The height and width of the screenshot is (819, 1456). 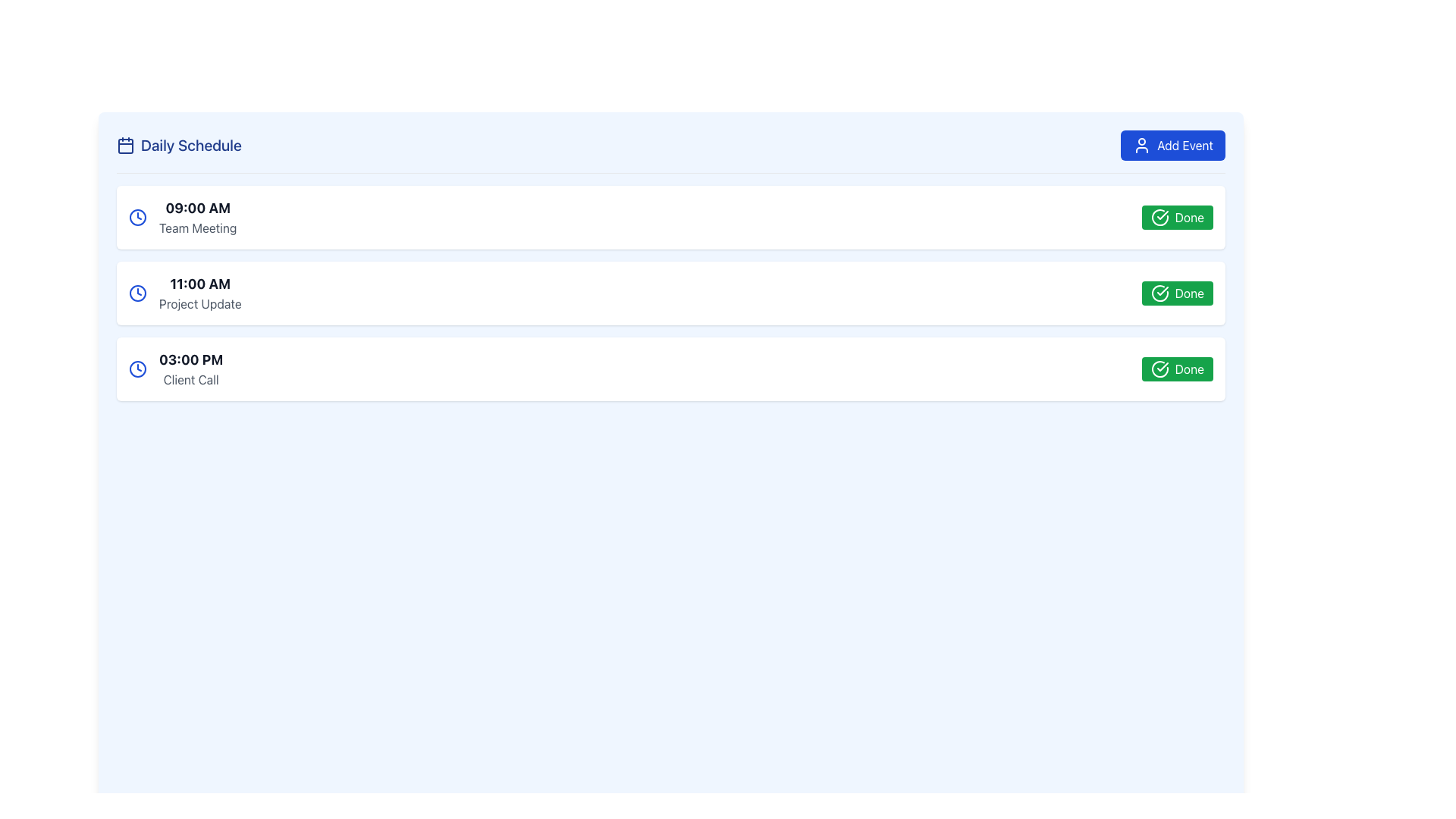 I want to click on the informational display for the event entry showing '03:00 PM Client Call', which is the third item in a vertically aligned list of events, so click(x=190, y=369).